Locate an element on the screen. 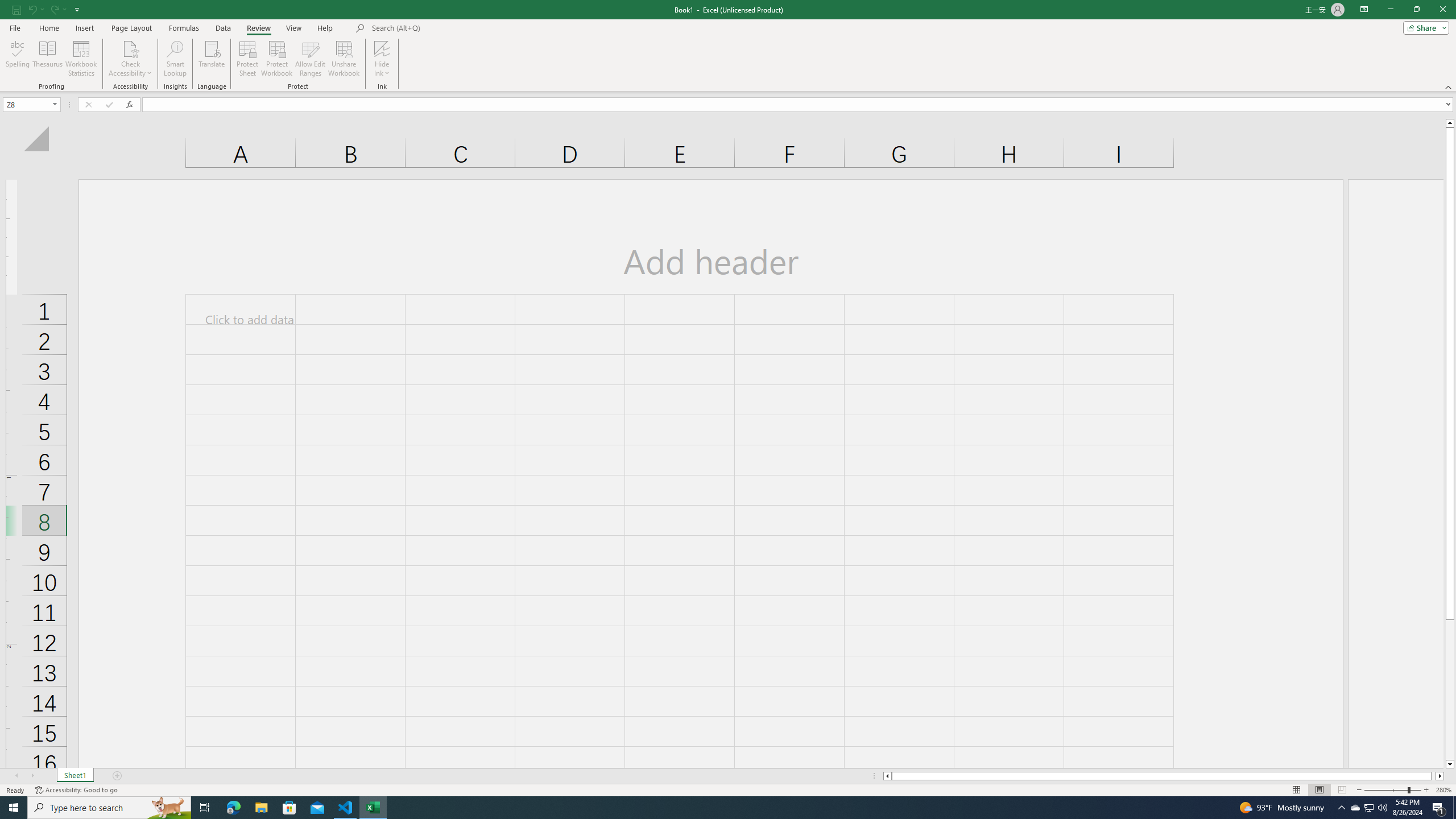 Image resolution: width=1456 pixels, height=819 pixels. 'Check Accessibility' is located at coordinates (130, 48).